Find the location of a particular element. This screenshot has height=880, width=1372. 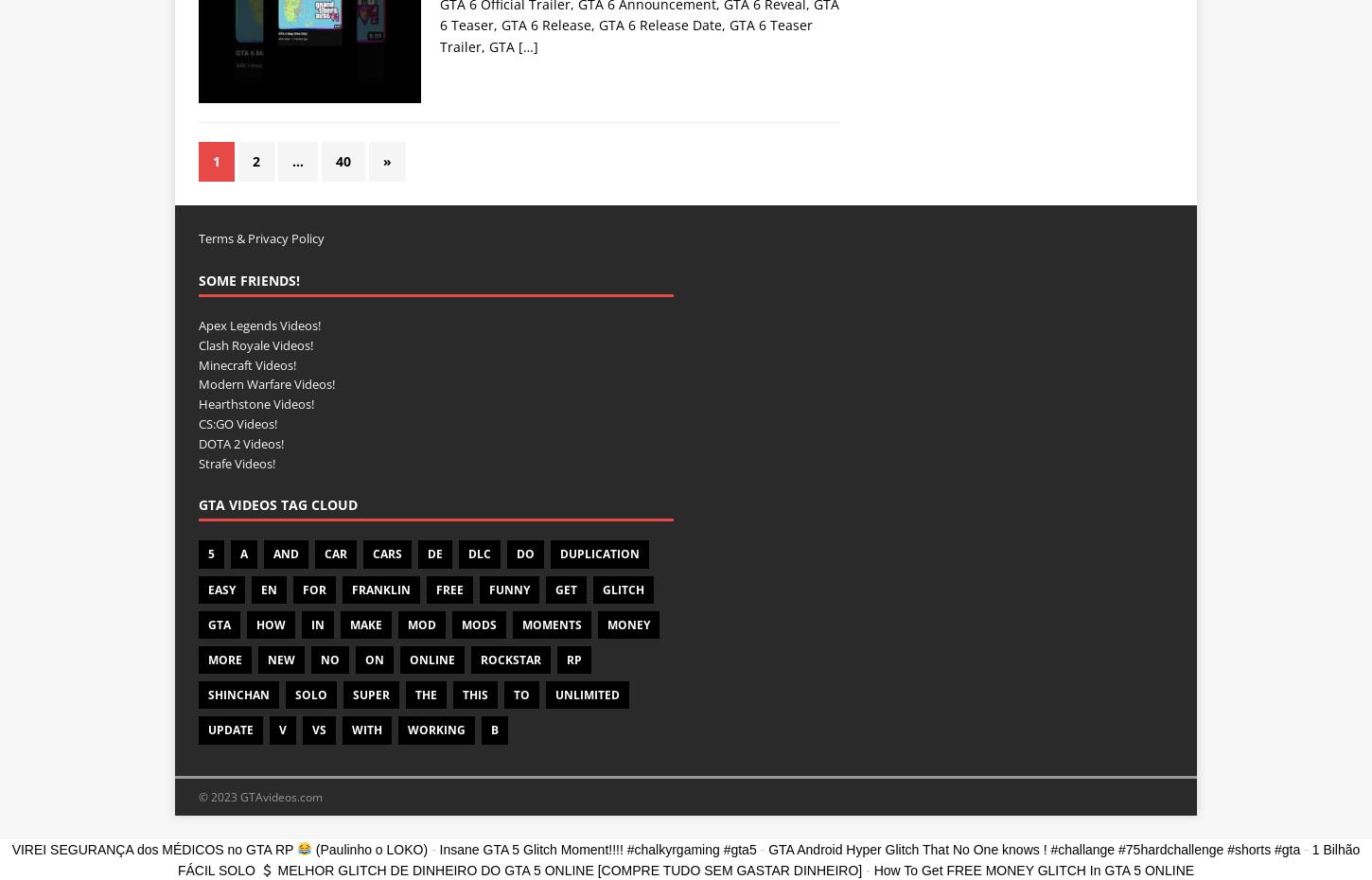

'MONEY' is located at coordinates (627, 623).